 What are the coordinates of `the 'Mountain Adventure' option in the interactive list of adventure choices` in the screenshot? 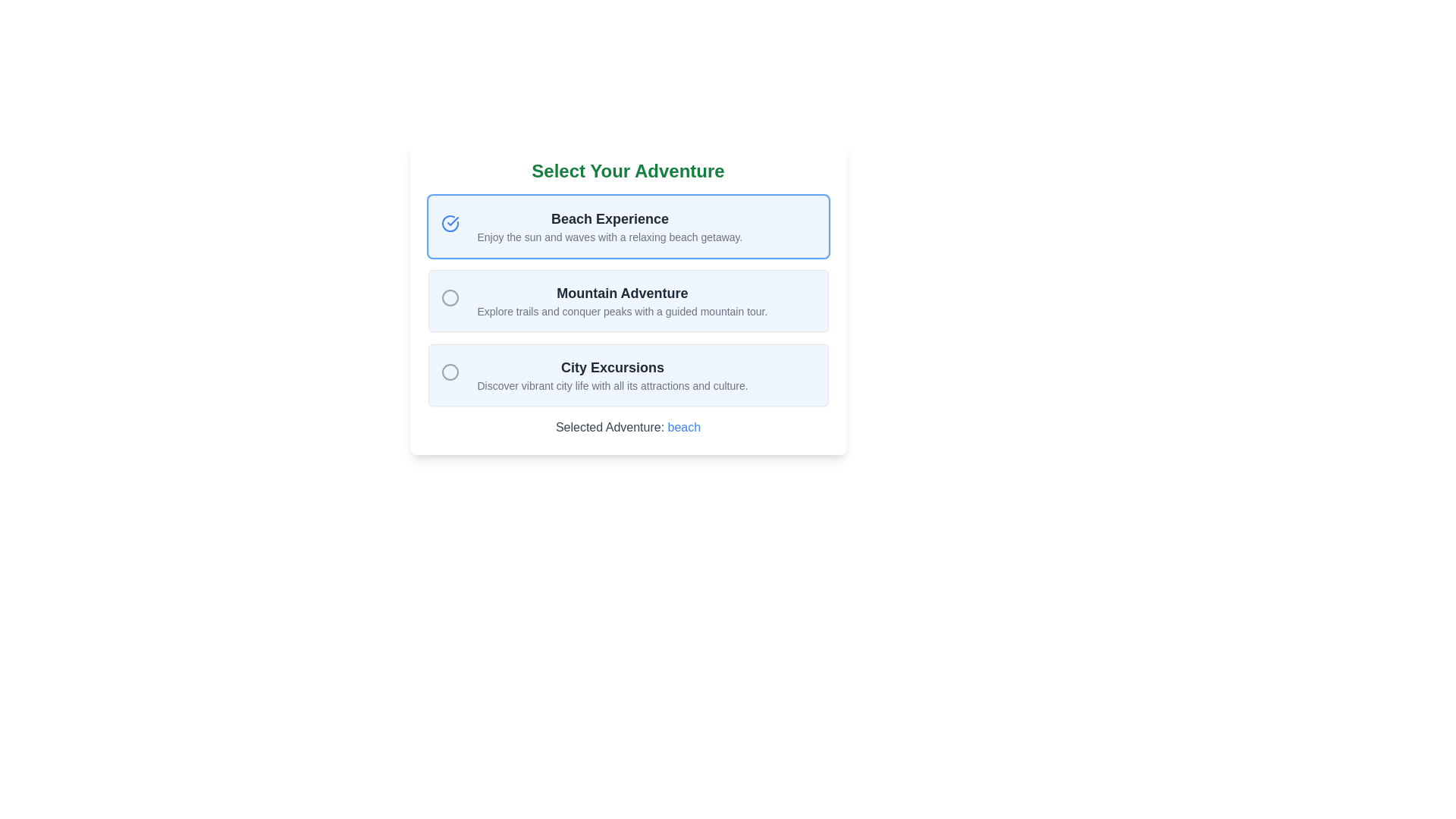 It's located at (628, 301).